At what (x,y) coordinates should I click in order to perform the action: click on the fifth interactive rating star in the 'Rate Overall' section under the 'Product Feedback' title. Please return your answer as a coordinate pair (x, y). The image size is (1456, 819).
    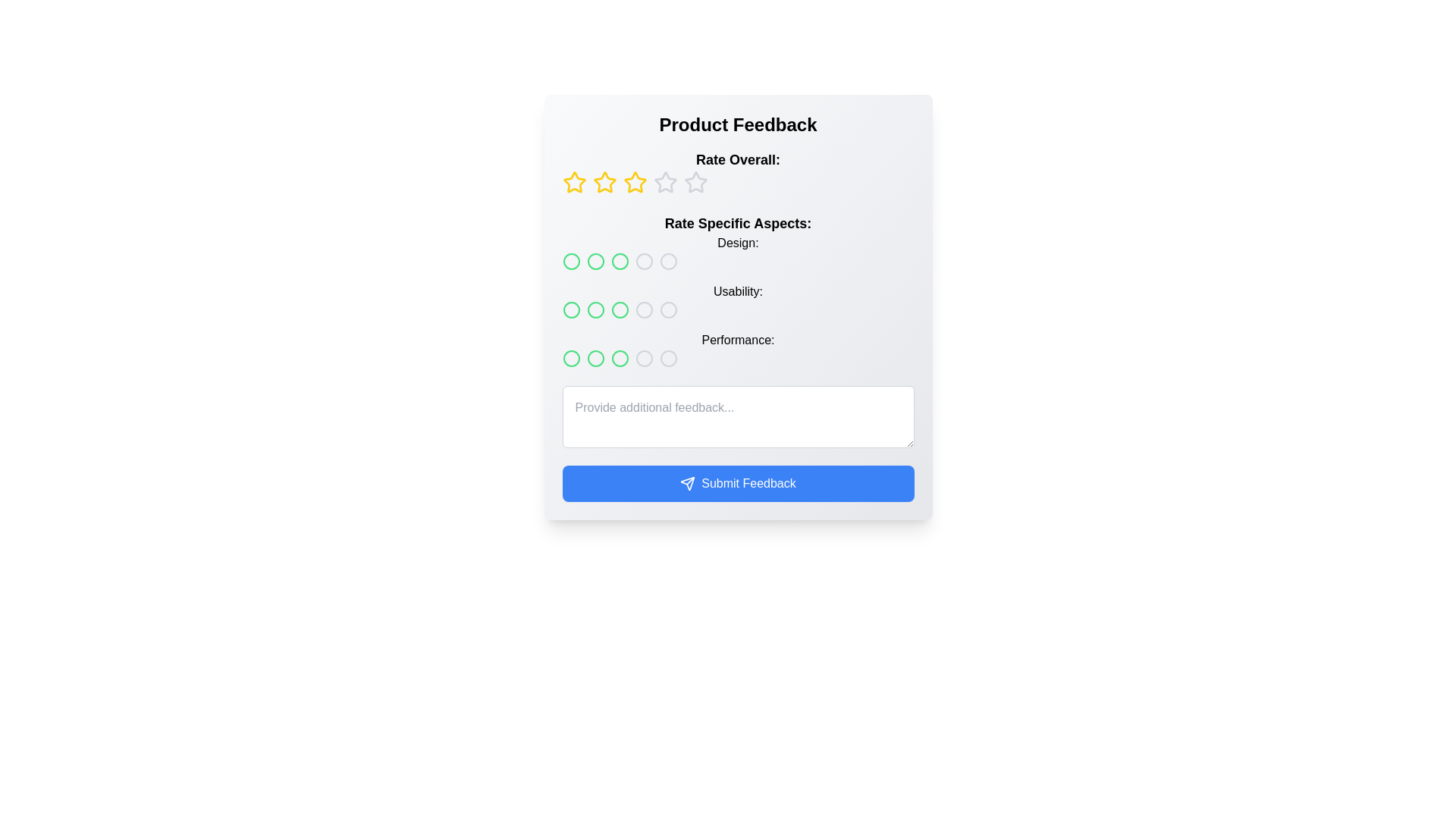
    Looking at the image, I should click on (695, 181).